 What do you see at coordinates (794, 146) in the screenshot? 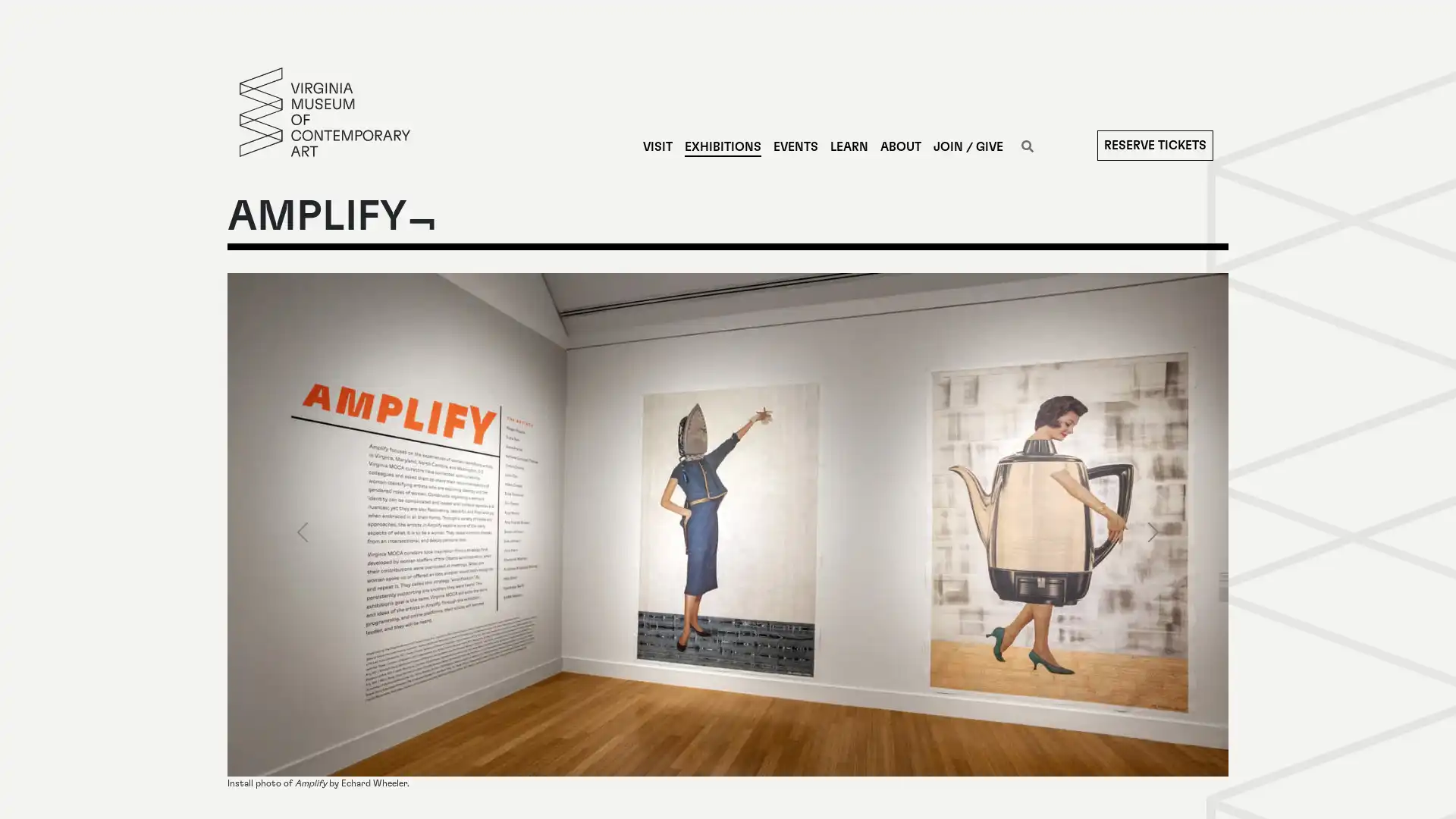
I see `EVENTS` at bounding box center [794, 146].